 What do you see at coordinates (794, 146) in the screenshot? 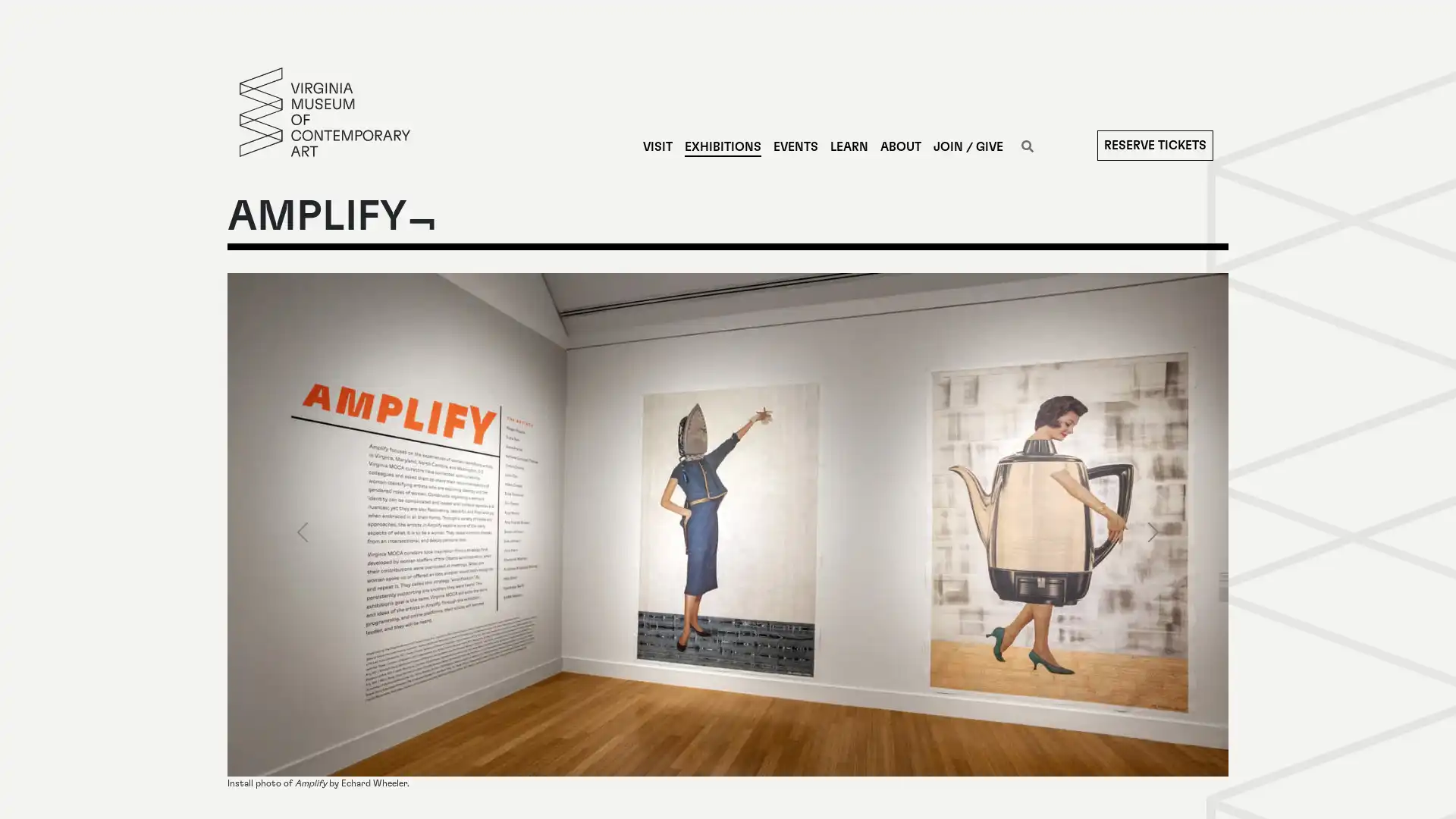
I see `EVENTS` at bounding box center [794, 146].